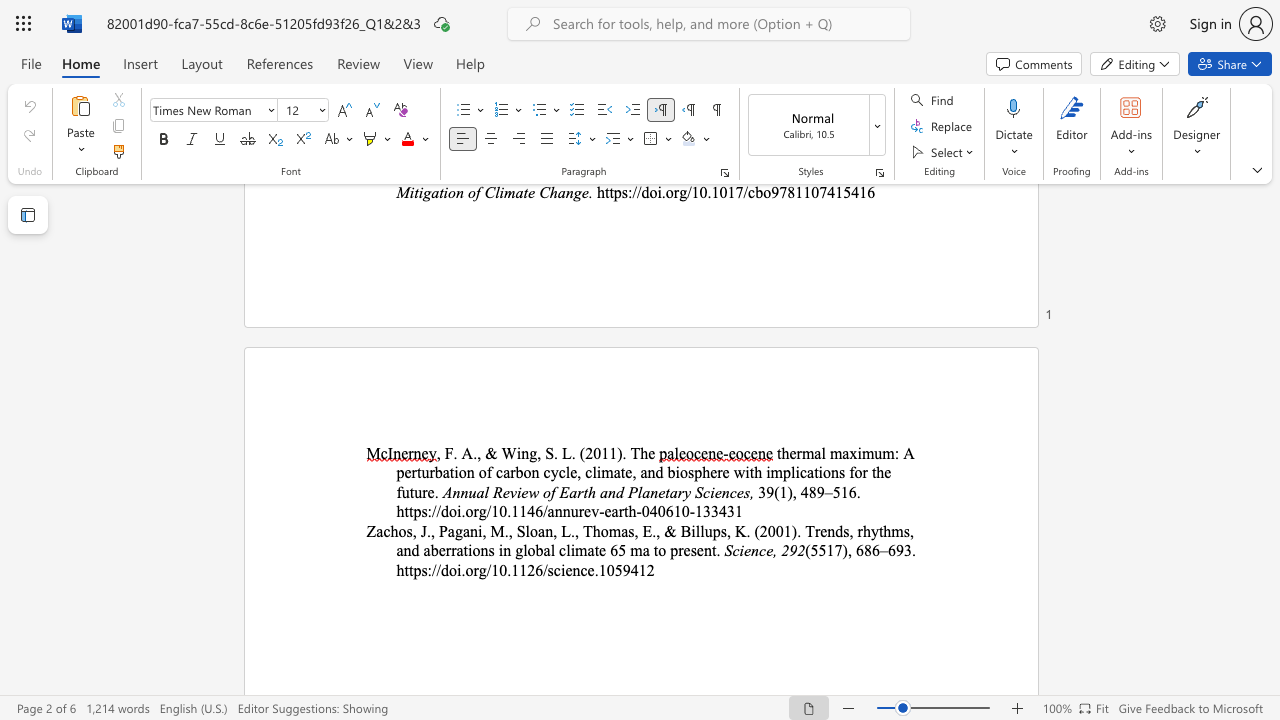 The image size is (1280, 720). What do you see at coordinates (645, 192) in the screenshot?
I see `the 1th character "d" in the text` at bounding box center [645, 192].